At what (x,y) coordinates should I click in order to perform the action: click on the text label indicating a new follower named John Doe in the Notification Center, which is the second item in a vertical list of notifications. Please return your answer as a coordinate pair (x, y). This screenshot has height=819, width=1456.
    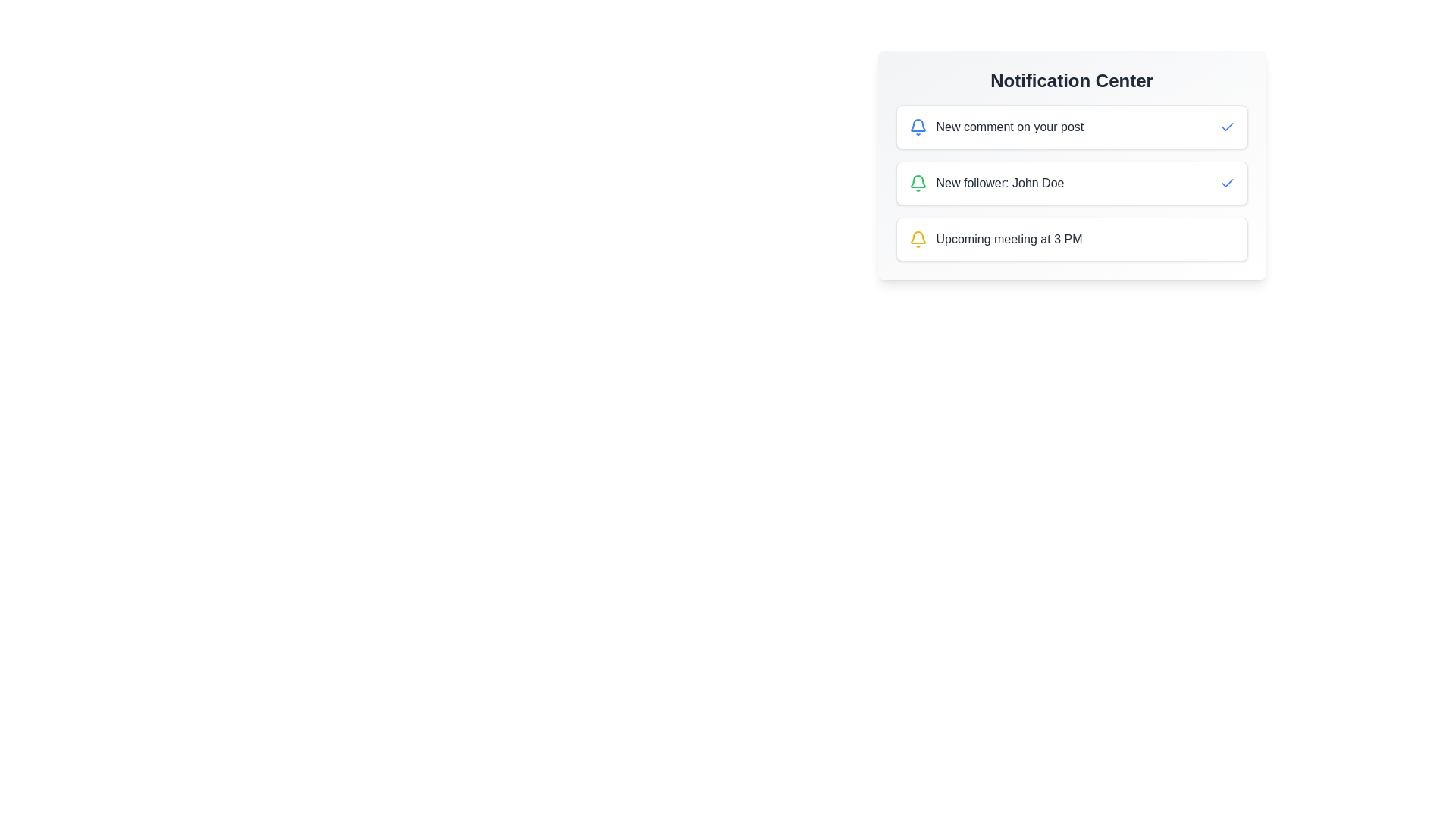
    Looking at the image, I should click on (986, 183).